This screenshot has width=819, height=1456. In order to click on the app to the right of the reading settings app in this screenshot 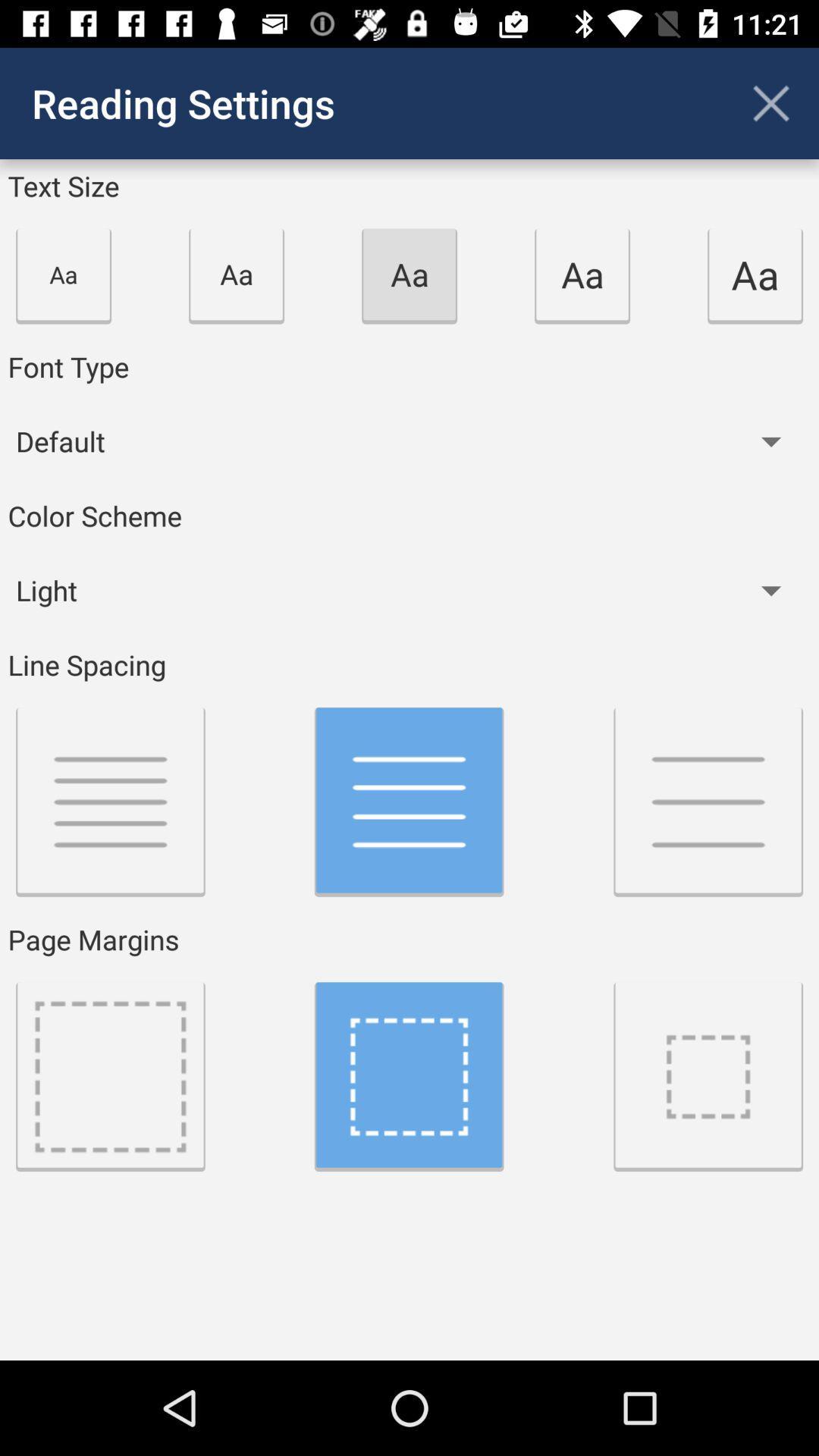, I will do `click(771, 102)`.